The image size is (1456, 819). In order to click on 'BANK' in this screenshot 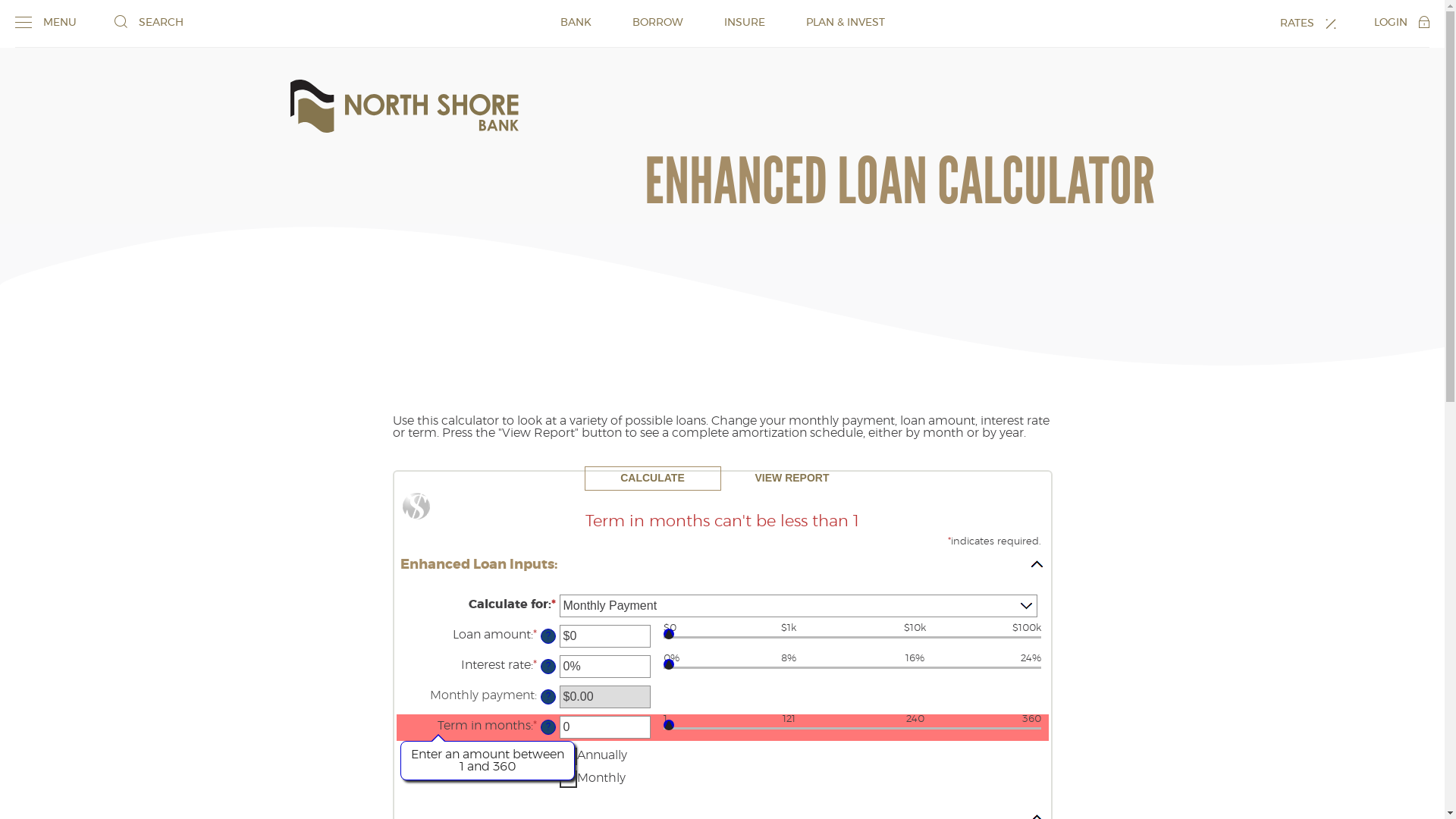, I will do `click(574, 23)`.